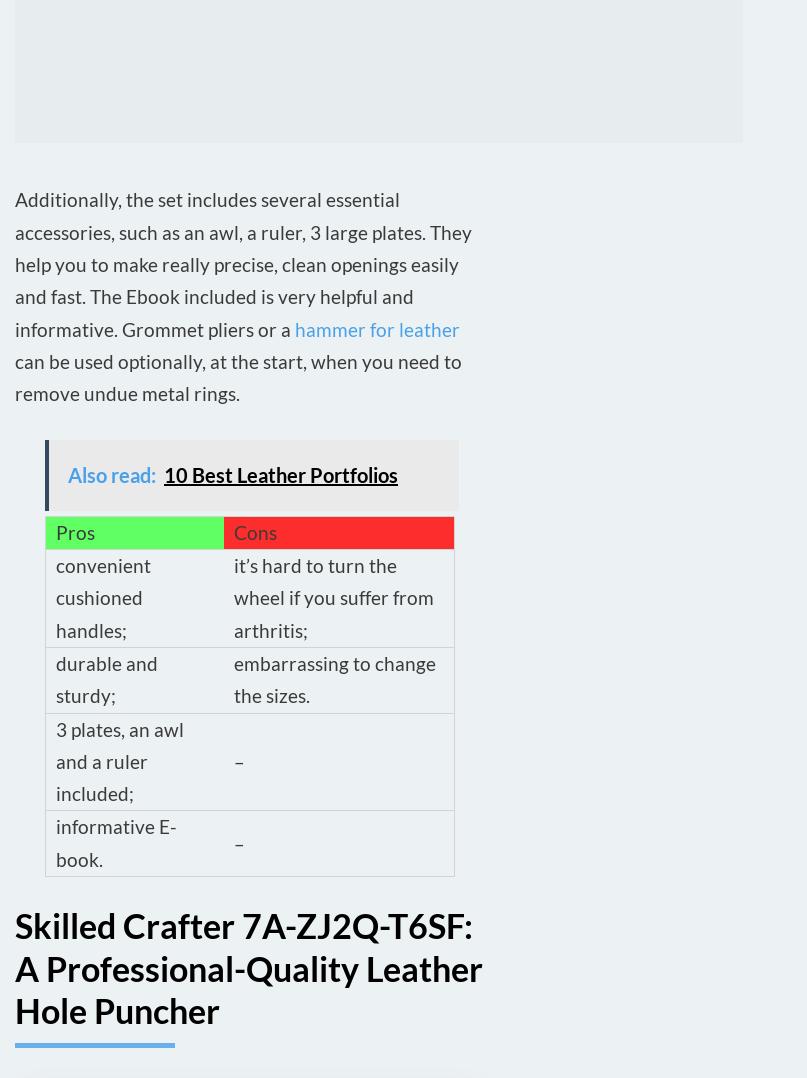 This screenshot has height=1078, width=807. Describe the element at coordinates (56, 531) in the screenshot. I see `'Pros'` at that location.